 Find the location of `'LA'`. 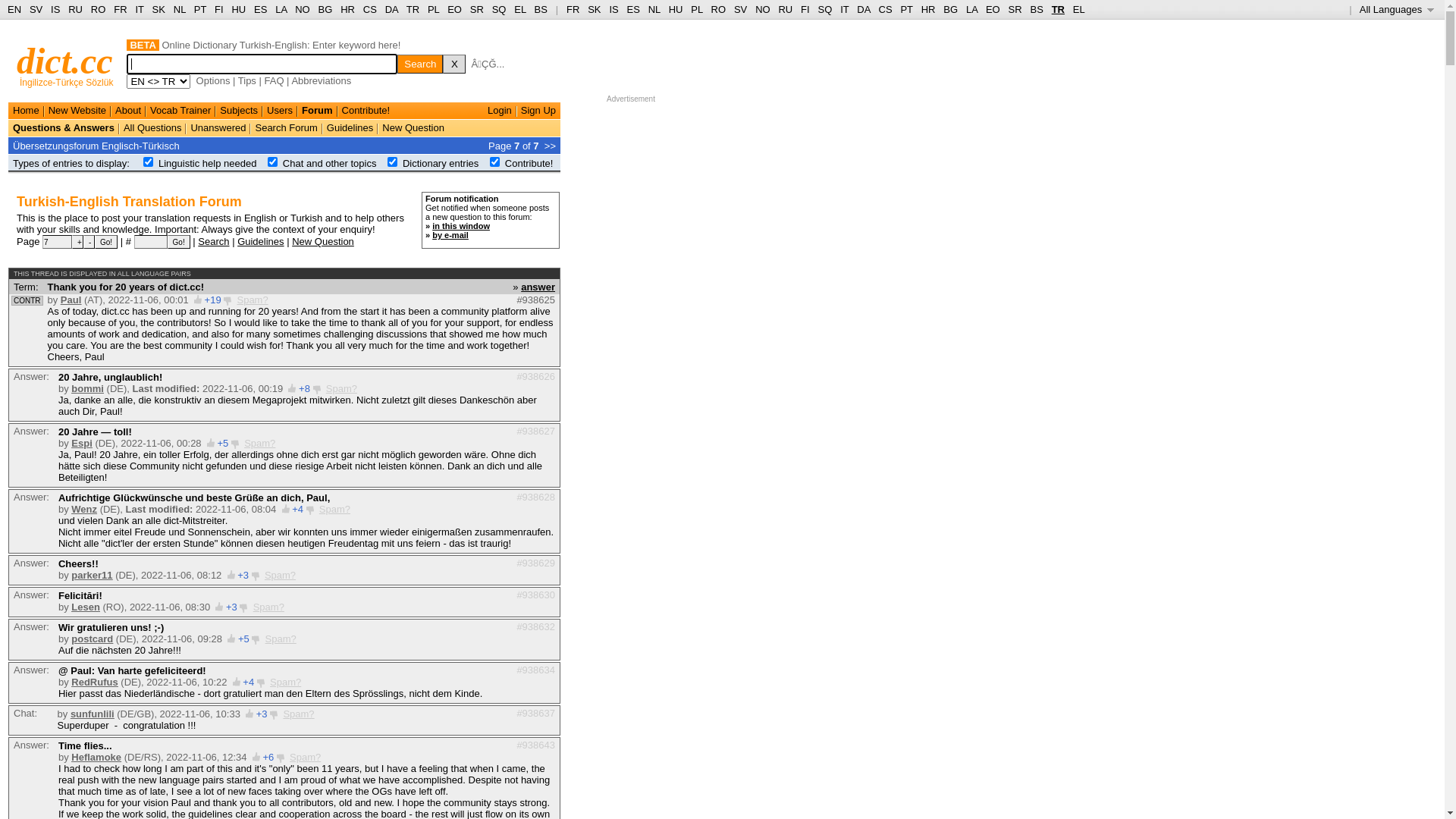

'LA' is located at coordinates (971, 9).